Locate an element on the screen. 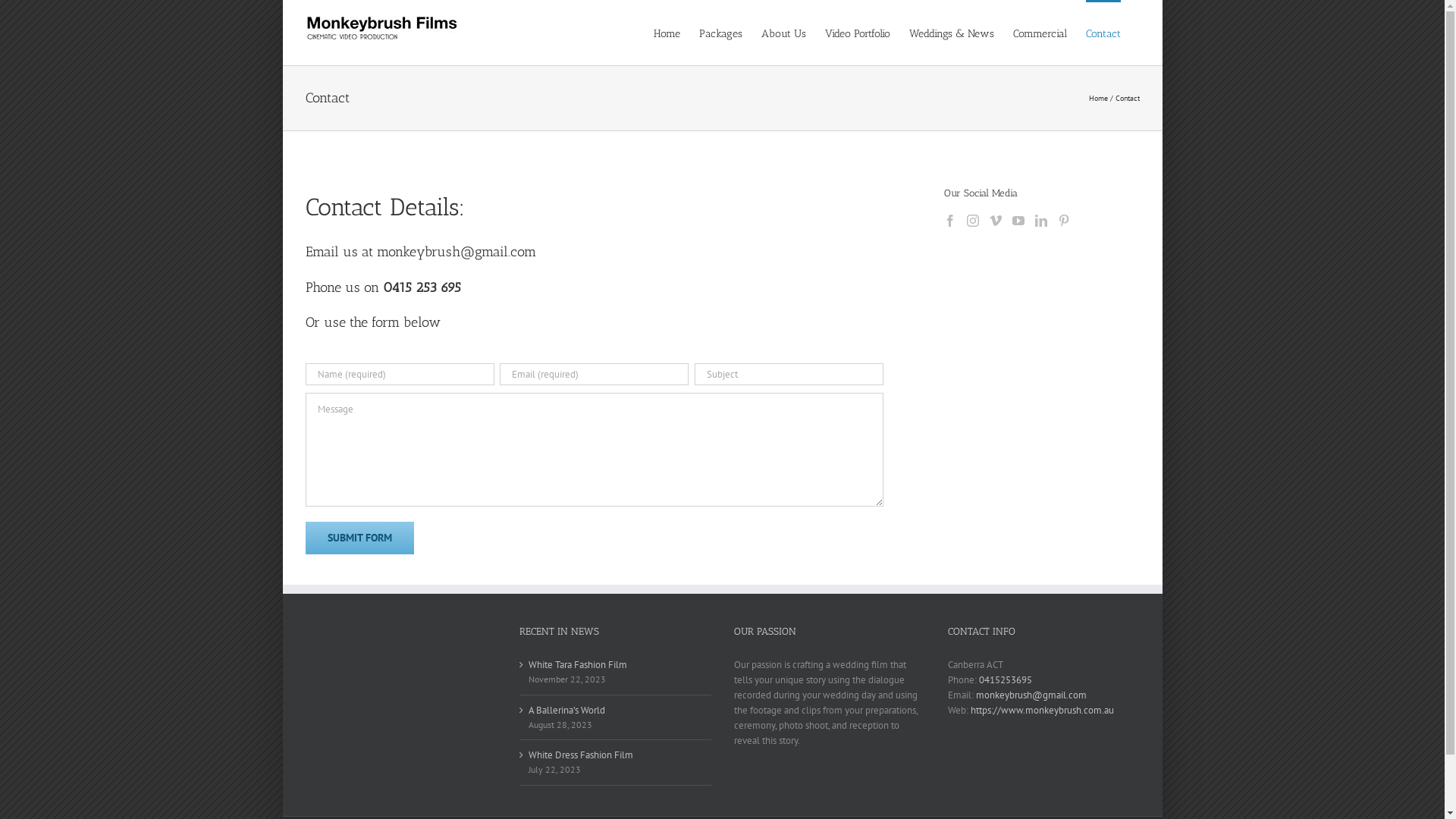  'White Dress Fashion Film' is located at coordinates (616, 755).